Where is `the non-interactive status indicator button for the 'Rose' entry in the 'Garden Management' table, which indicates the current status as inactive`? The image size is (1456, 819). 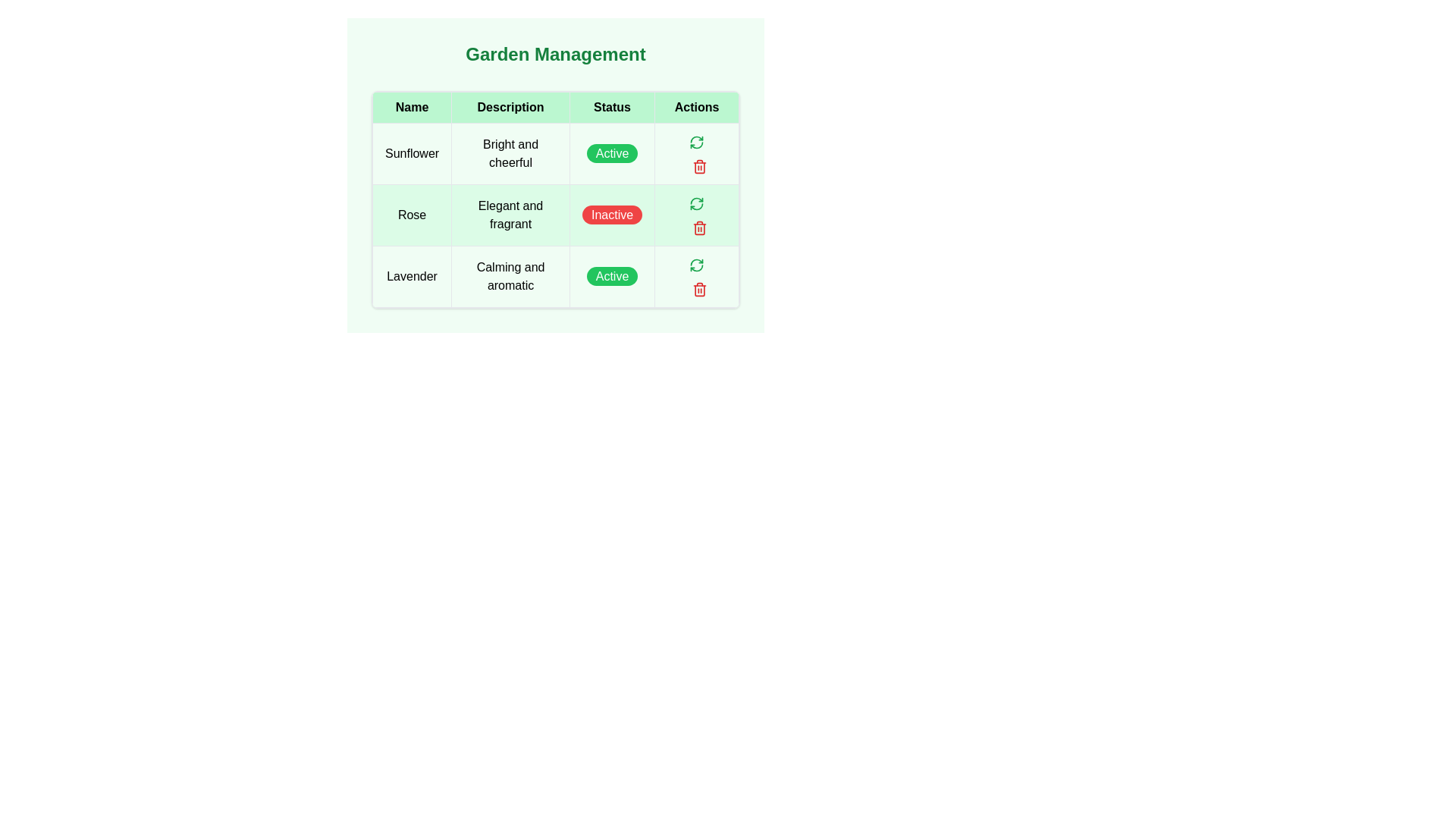
the non-interactive status indicator button for the 'Rose' entry in the 'Garden Management' table, which indicates the current status as inactive is located at coordinates (612, 215).